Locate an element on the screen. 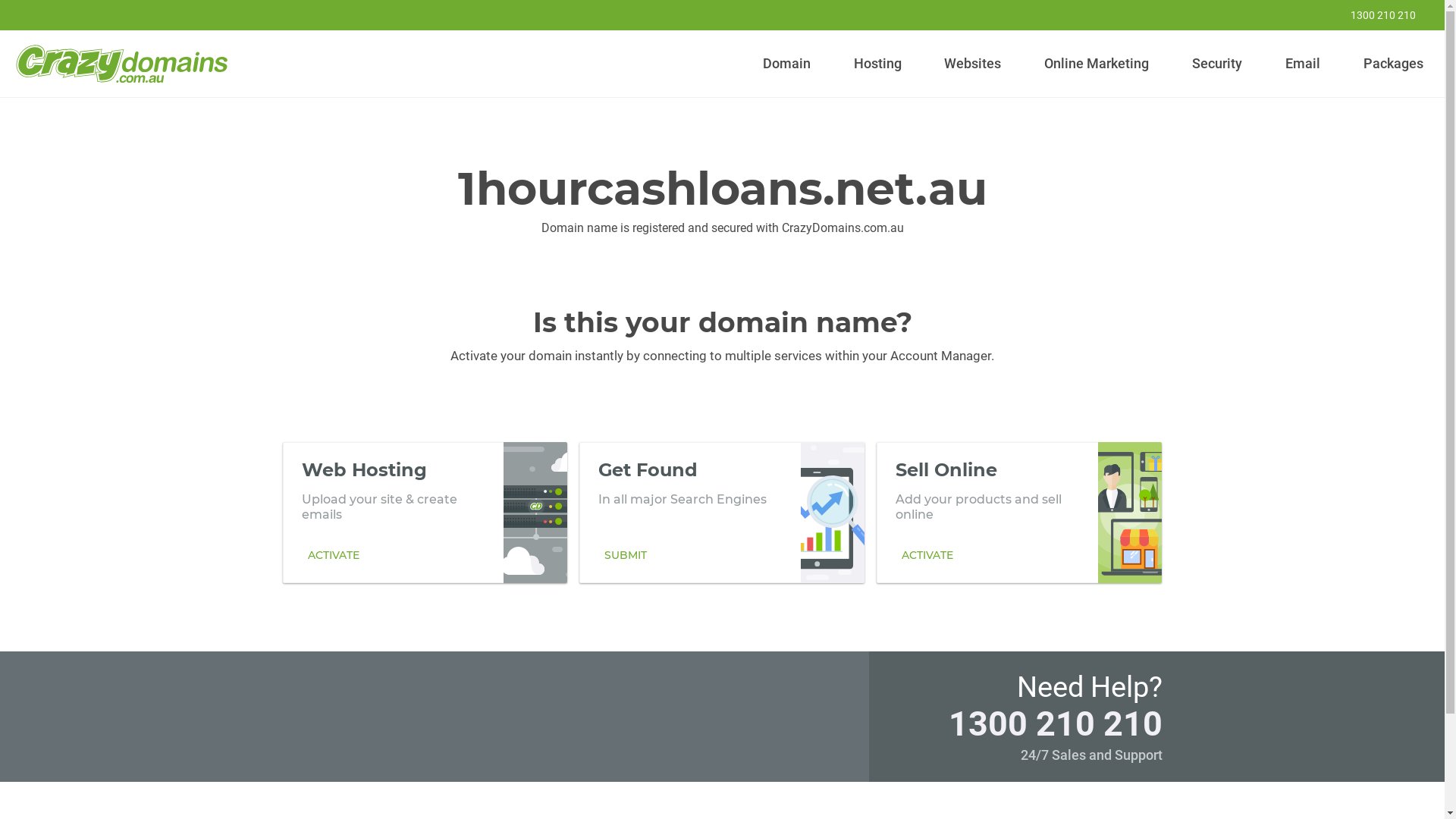 The height and width of the screenshot is (819, 1456). '1300 210 210' is located at coordinates (1316, 14).